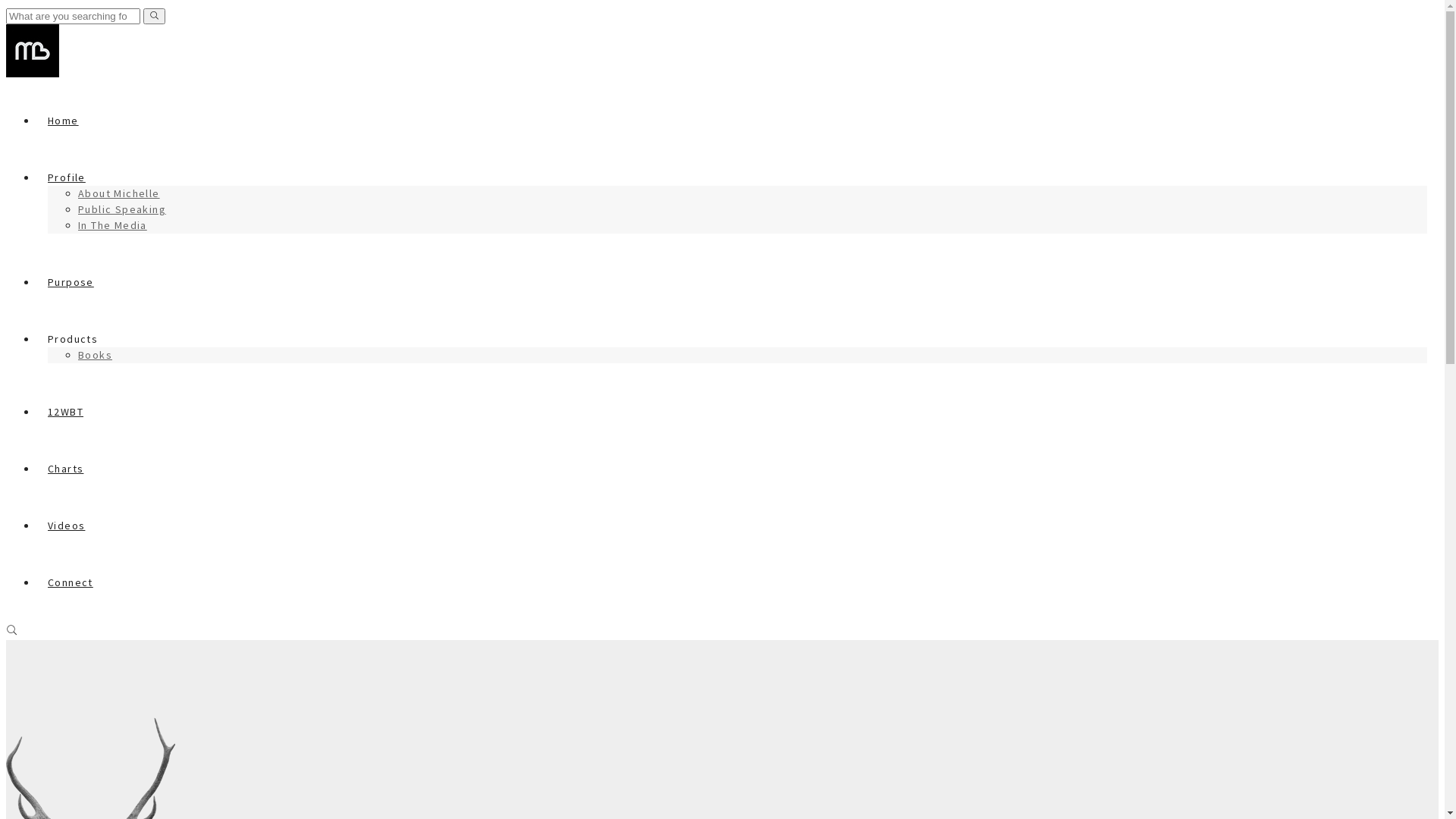 This screenshot has width=1456, height=819. Describe the element at coordinates (77, 209) in the screenshot. I see `'Public Speaking'` at that location.